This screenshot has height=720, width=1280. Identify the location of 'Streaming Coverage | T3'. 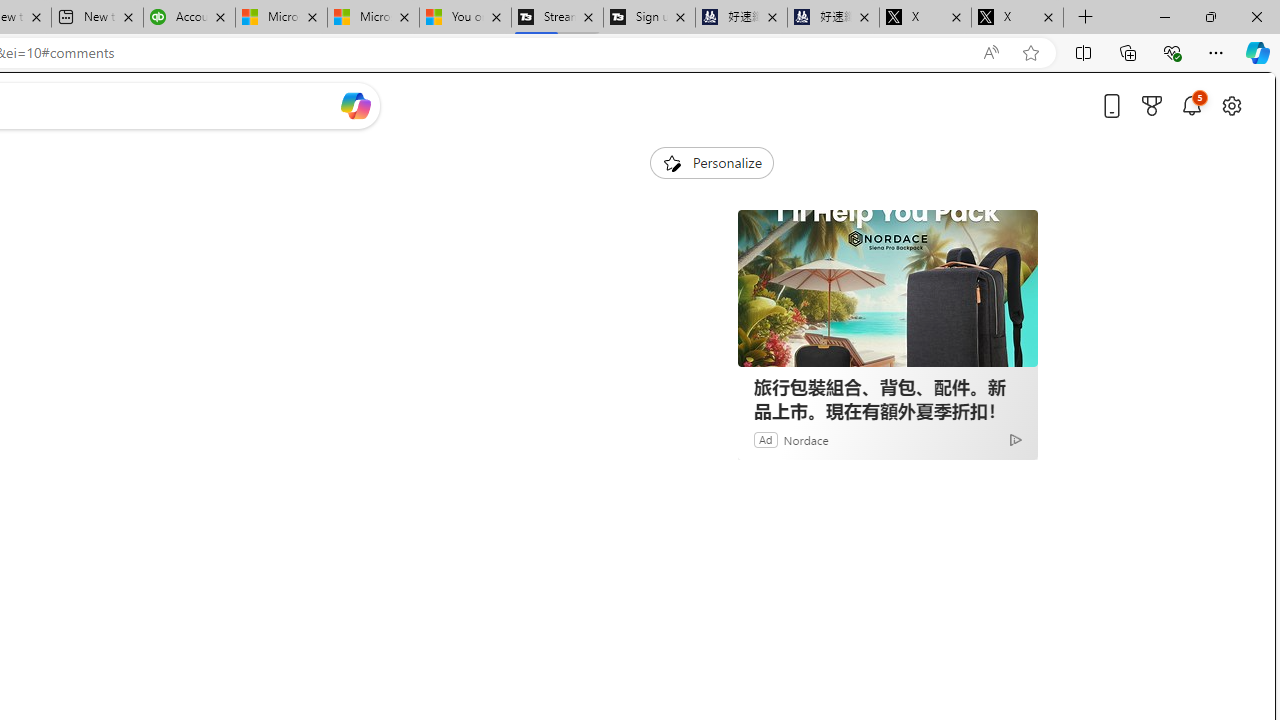
(557, 17).